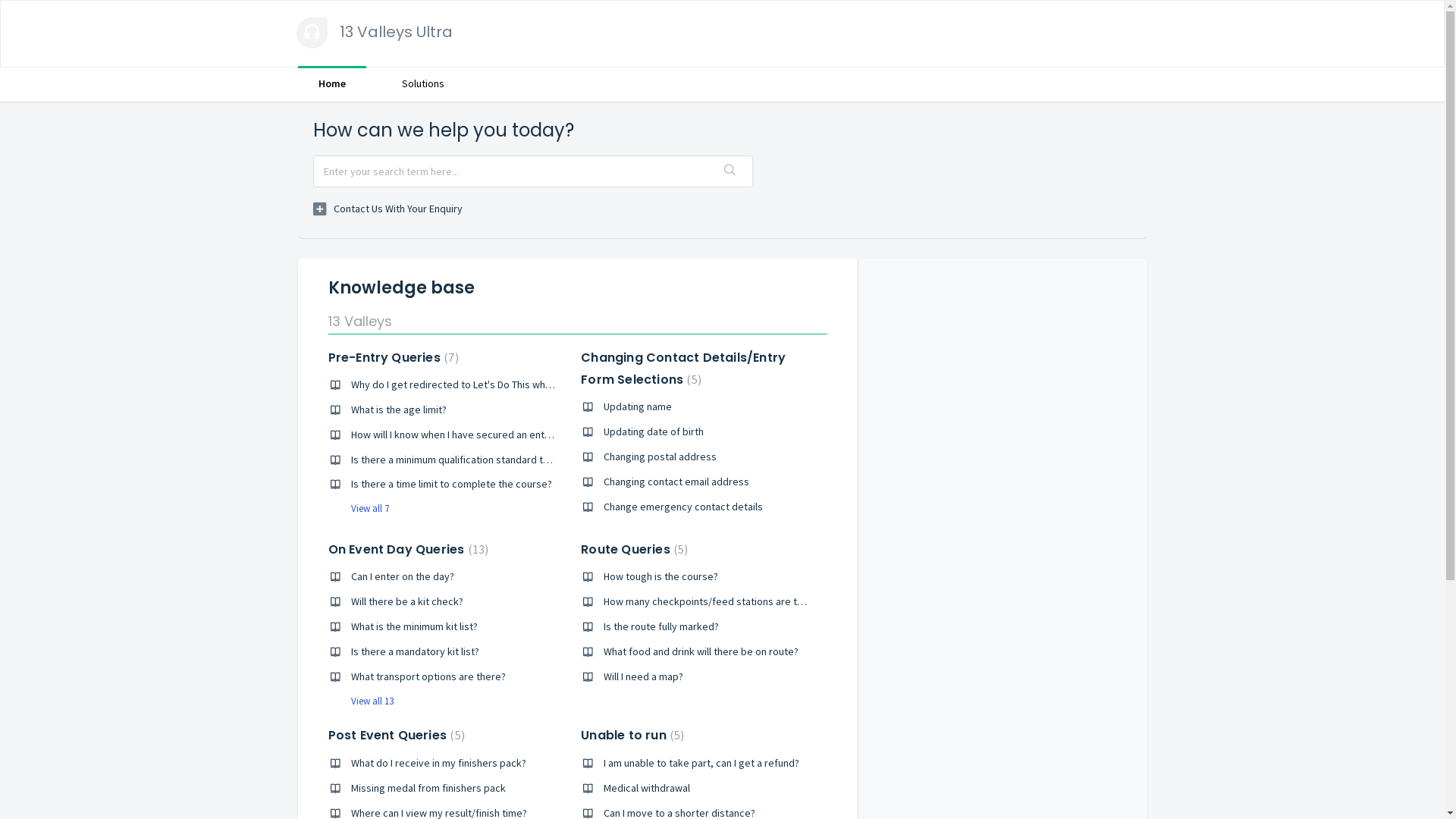 The height and width of the screenshot is (819, 1456). Describe the element at coordinates (327, 734) in the screenshot. I see `'Post Event Queries 5'` at that location.